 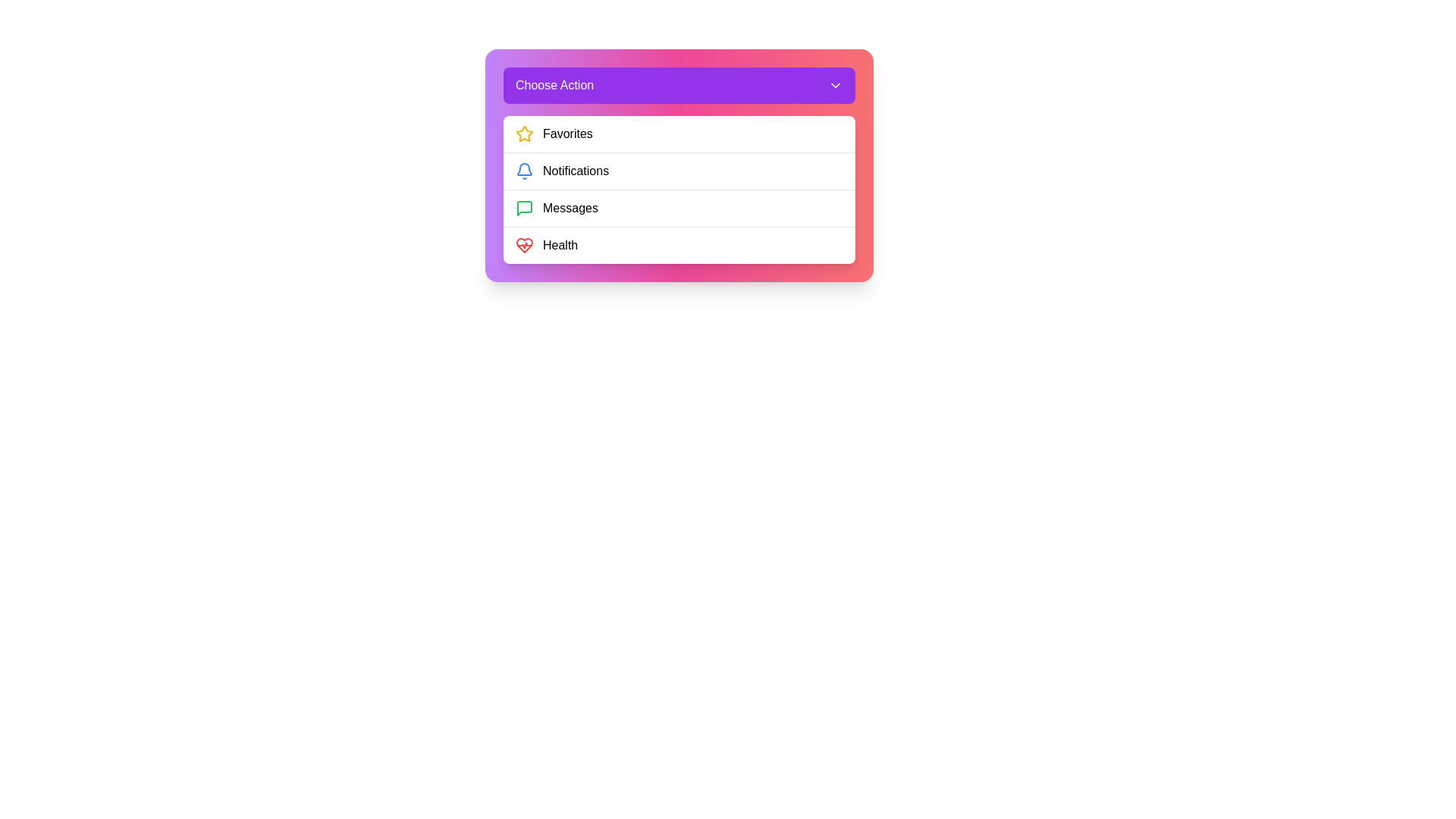 I want to click on the 'Messages' graphic icon in the action menu, which is a minimalistic speech bubble icon located in the third row of the list, so click(x=524, y=208).